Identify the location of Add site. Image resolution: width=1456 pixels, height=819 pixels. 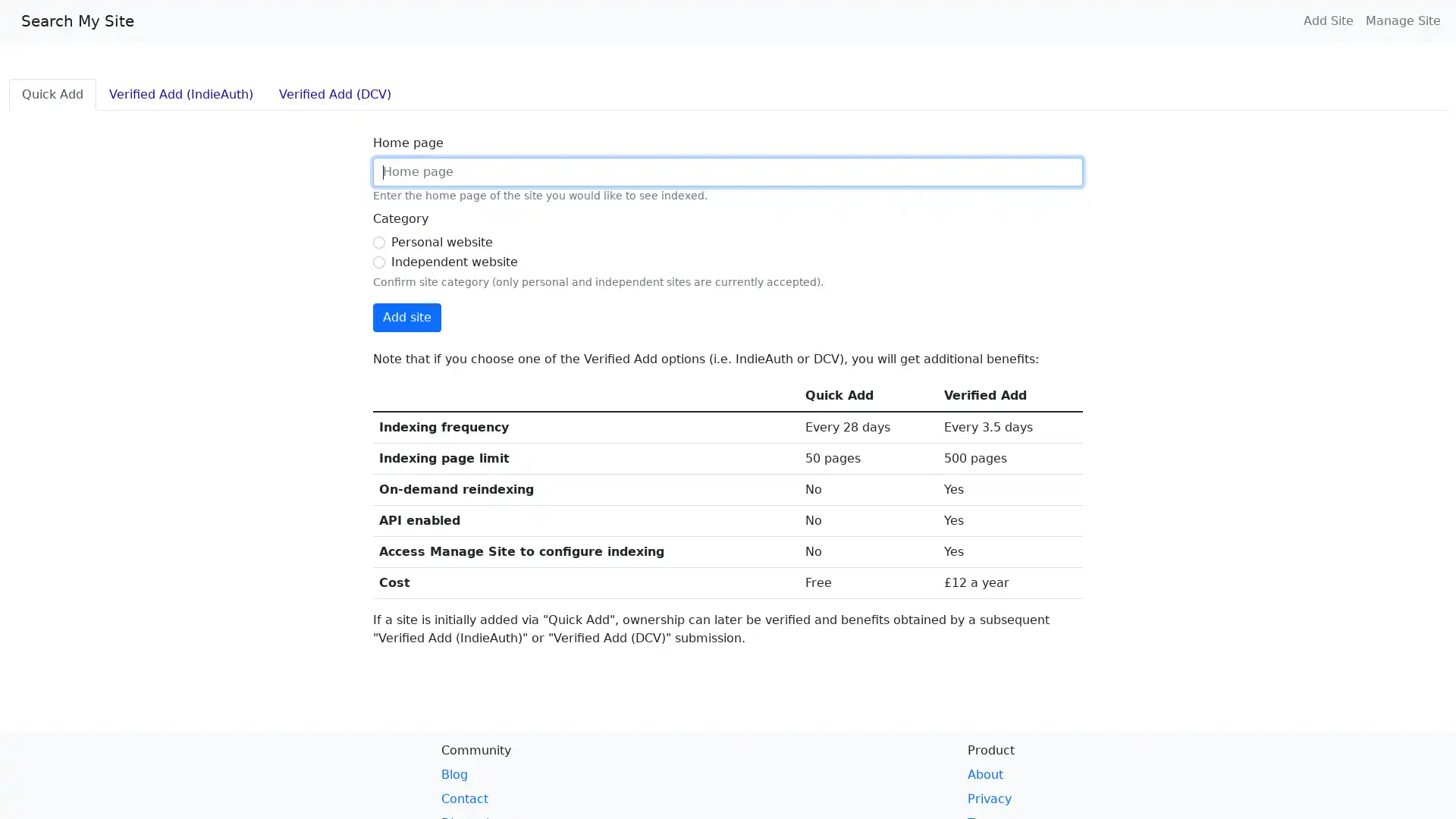
(407, 317).